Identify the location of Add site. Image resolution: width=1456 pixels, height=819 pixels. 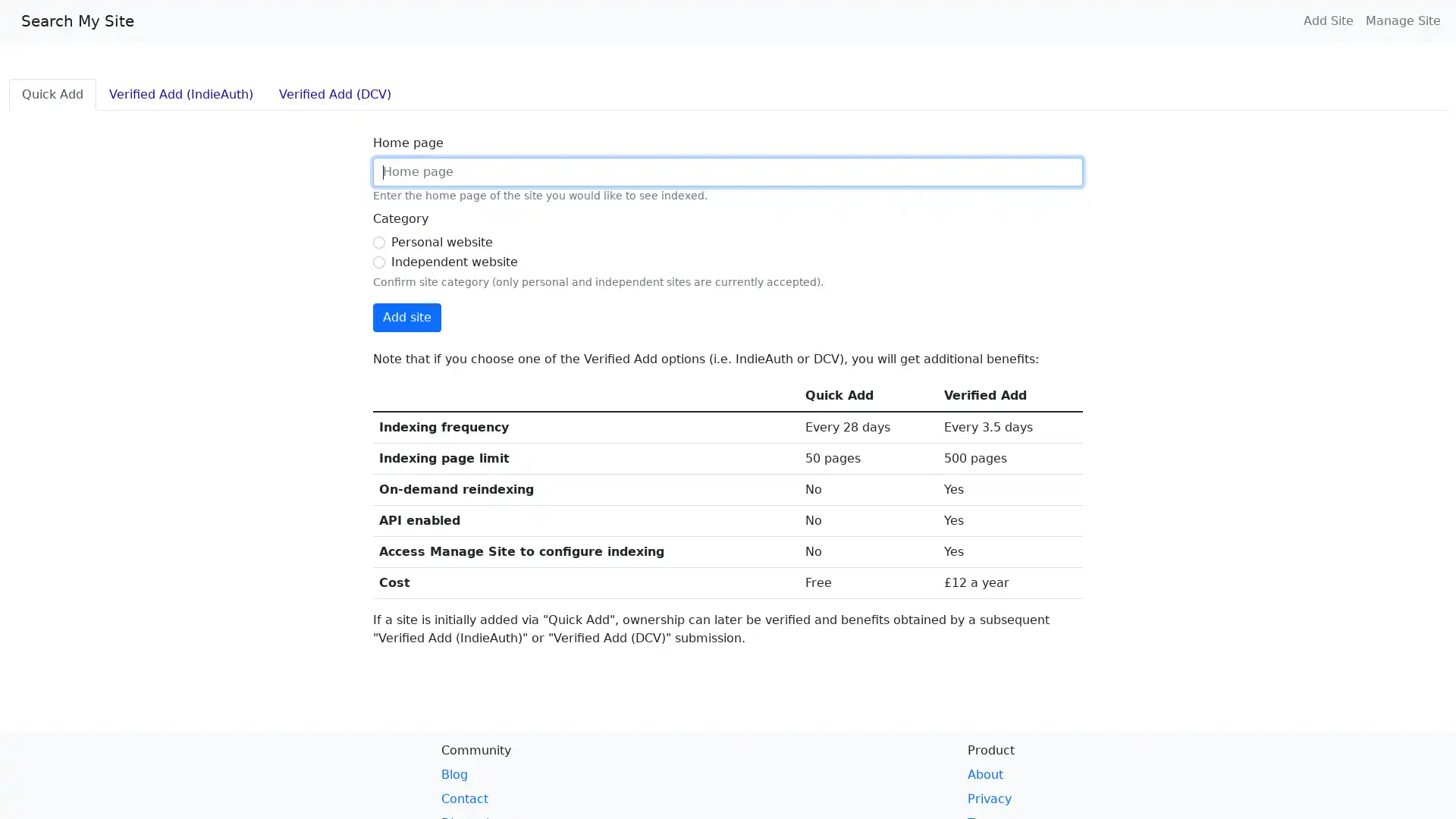
(407, 317).